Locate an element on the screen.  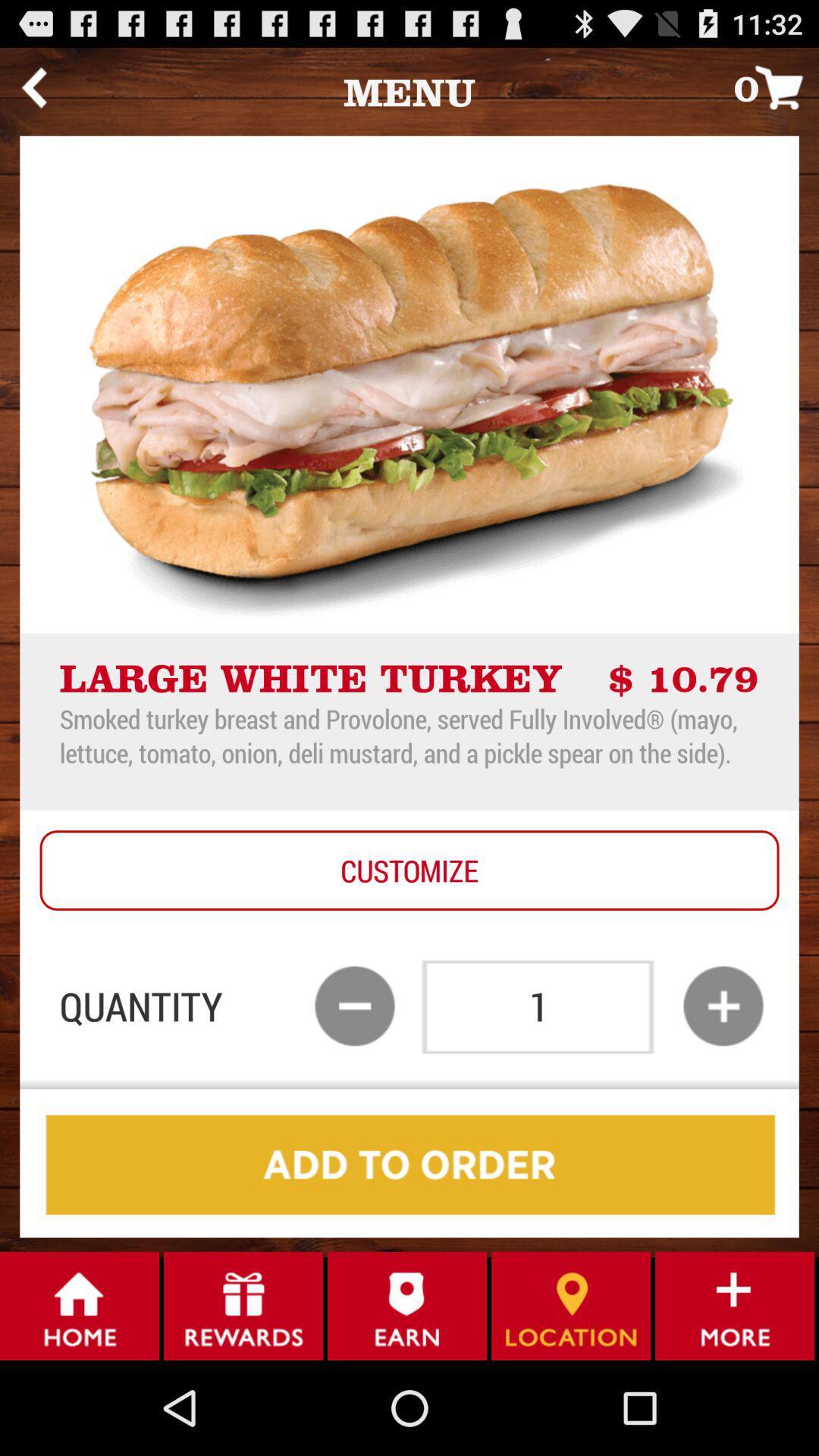
0 app is located at coordinates (776, 86).